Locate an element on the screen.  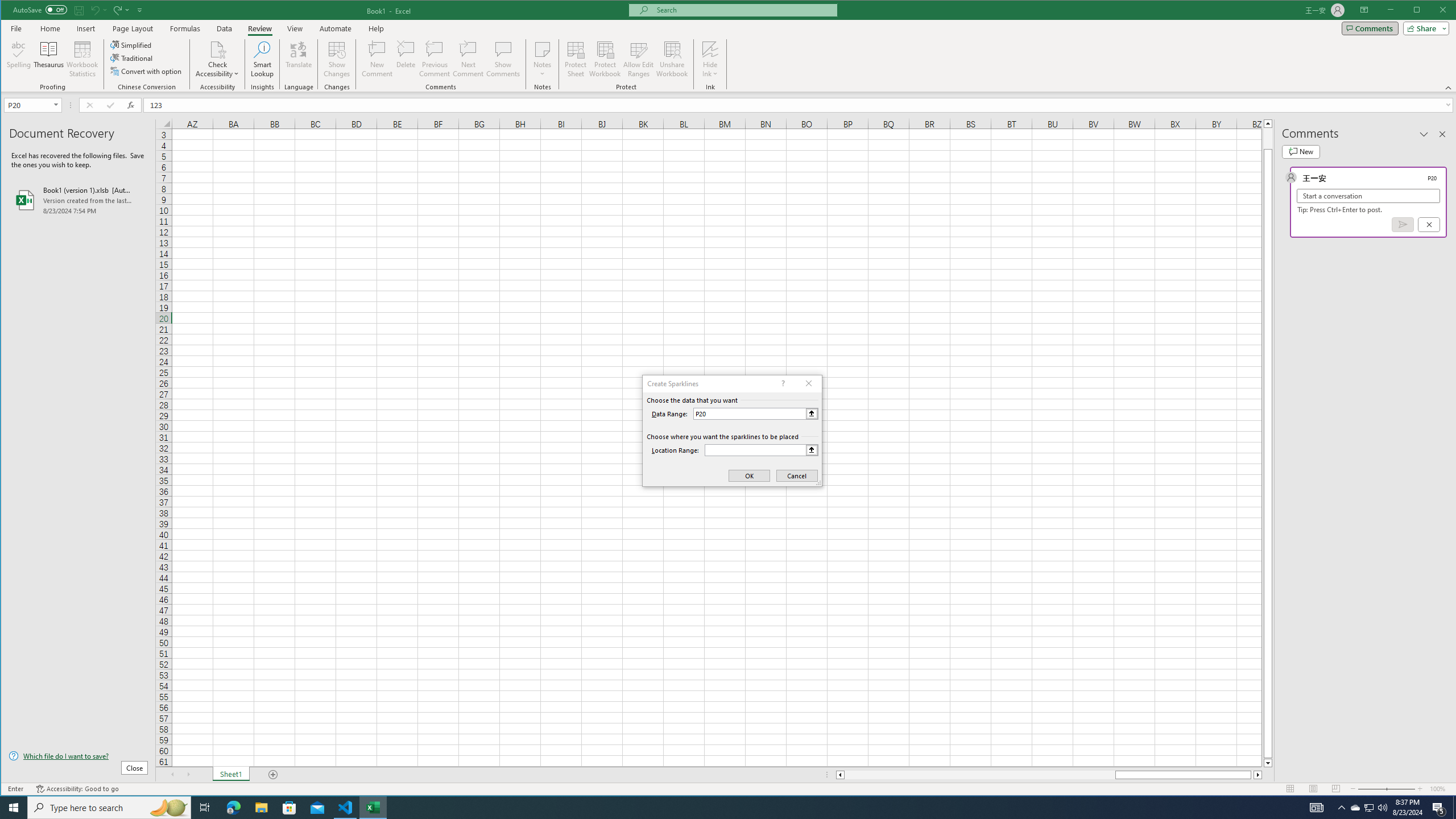
'Zoom Out' is located at coordinates (1372, 788).